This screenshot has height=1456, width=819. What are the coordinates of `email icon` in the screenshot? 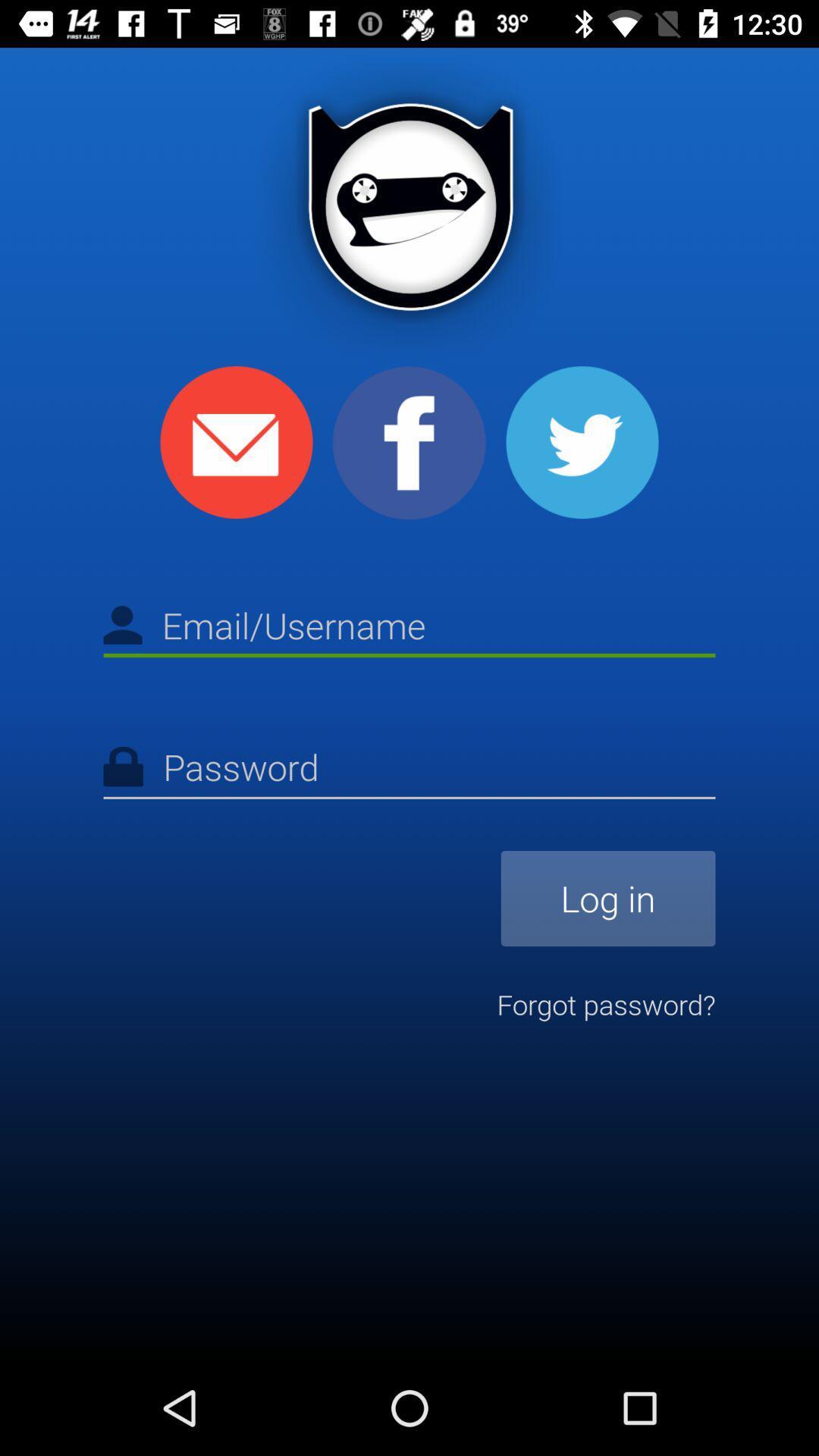 It's located at (237, 441).